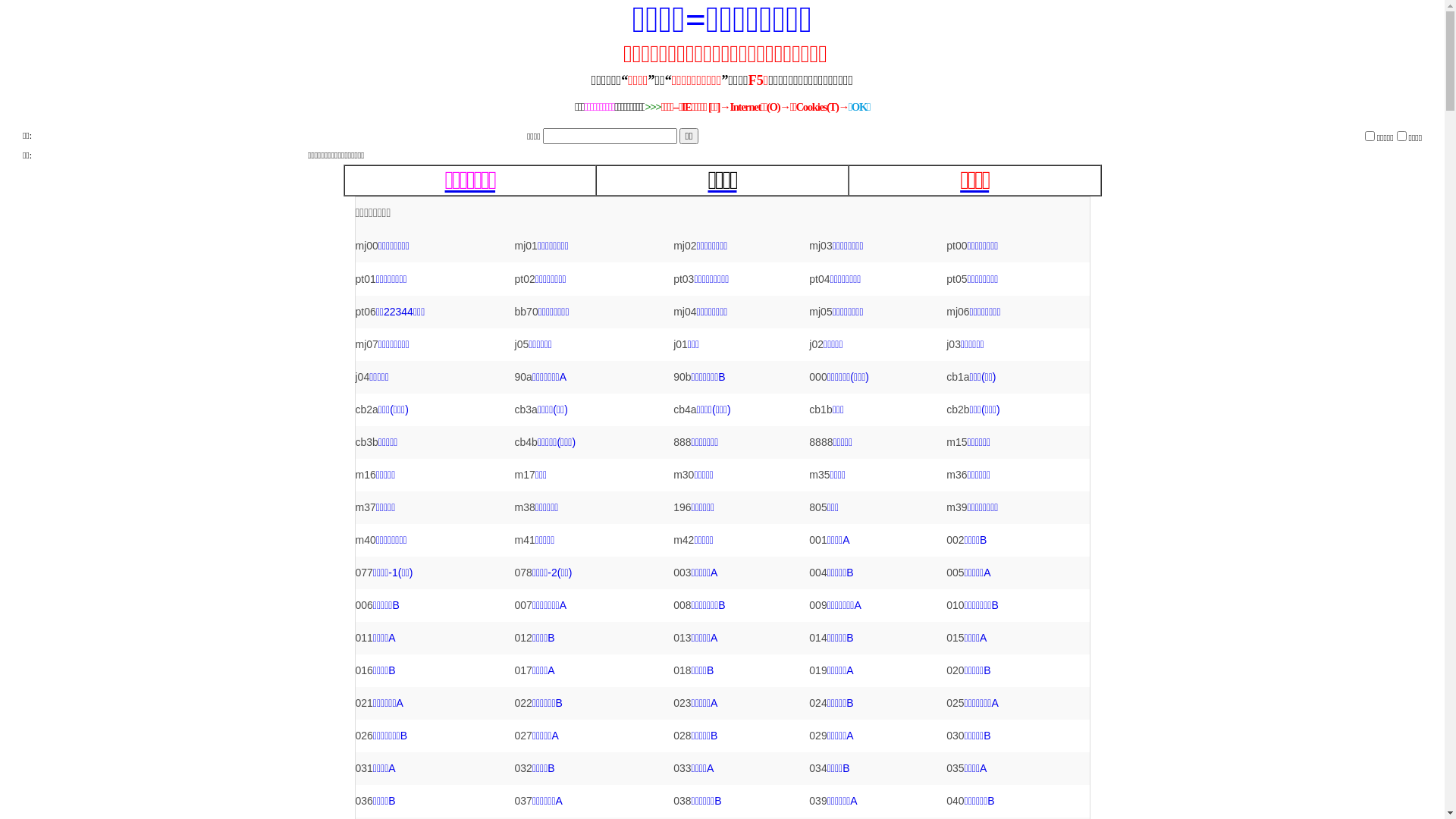  Describe the element at coordinates (817, 573) in the screenshot. I see `'004'` at that location.